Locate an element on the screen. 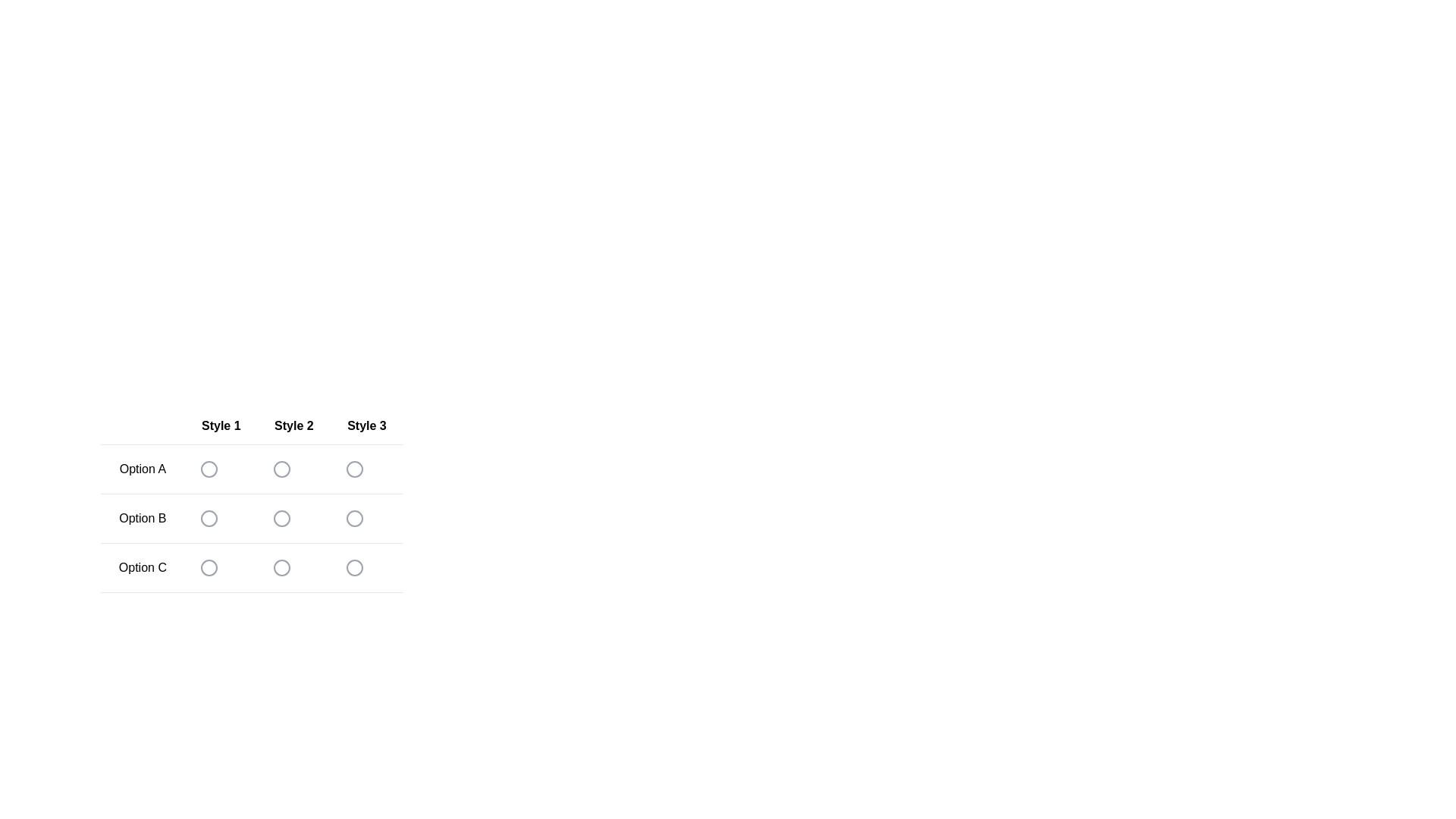 Image resolution: width=1456 pixels, height=819 pixels. the selectable circular indicator element with a gray outline located in the 'Style 2' column of the 'Option C' row in the grid is located at coordinates (281, 567).